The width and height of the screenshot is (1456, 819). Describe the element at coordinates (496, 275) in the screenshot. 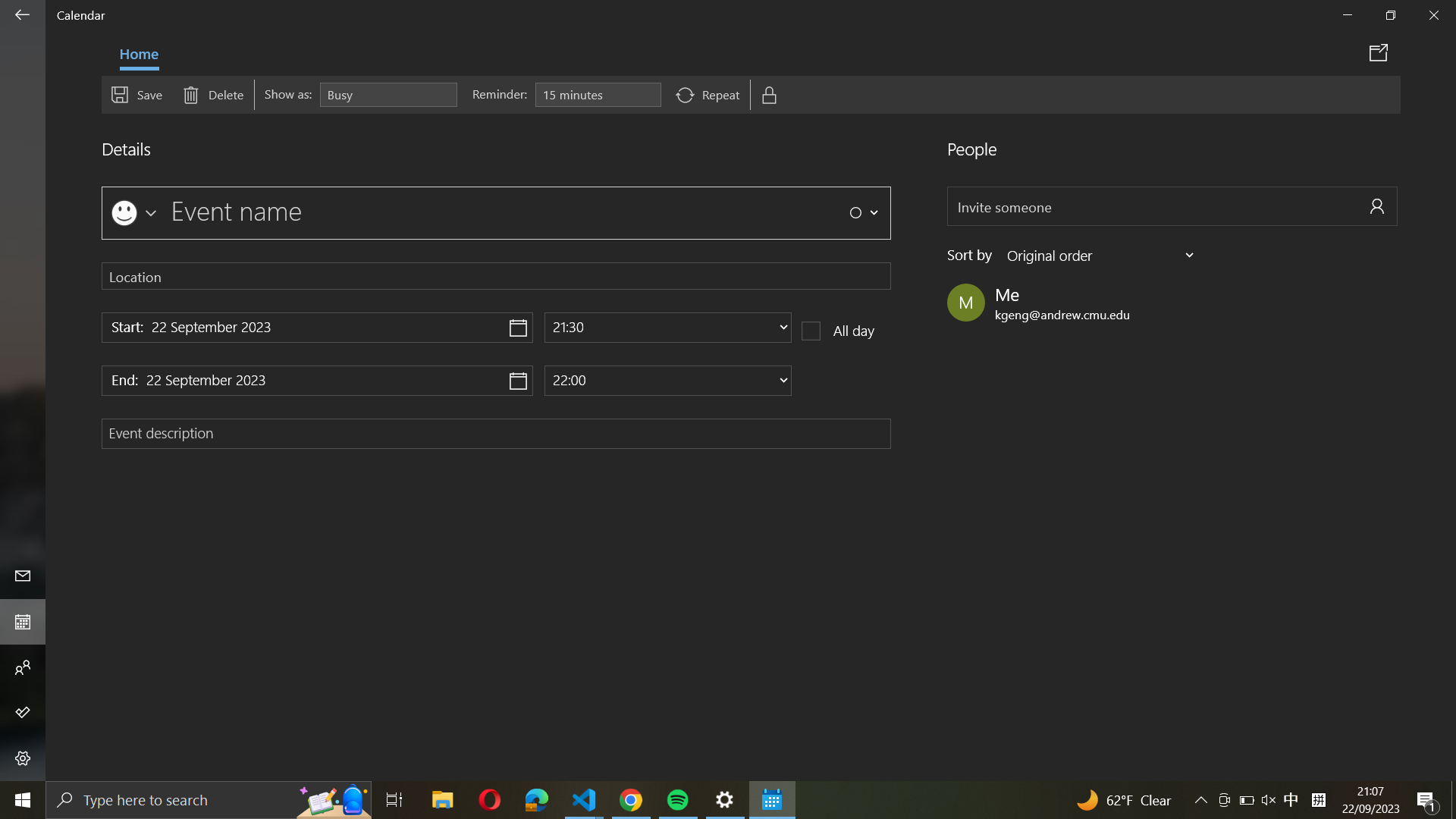

I see `Specify "Pittsburgh" as the location` at that location.